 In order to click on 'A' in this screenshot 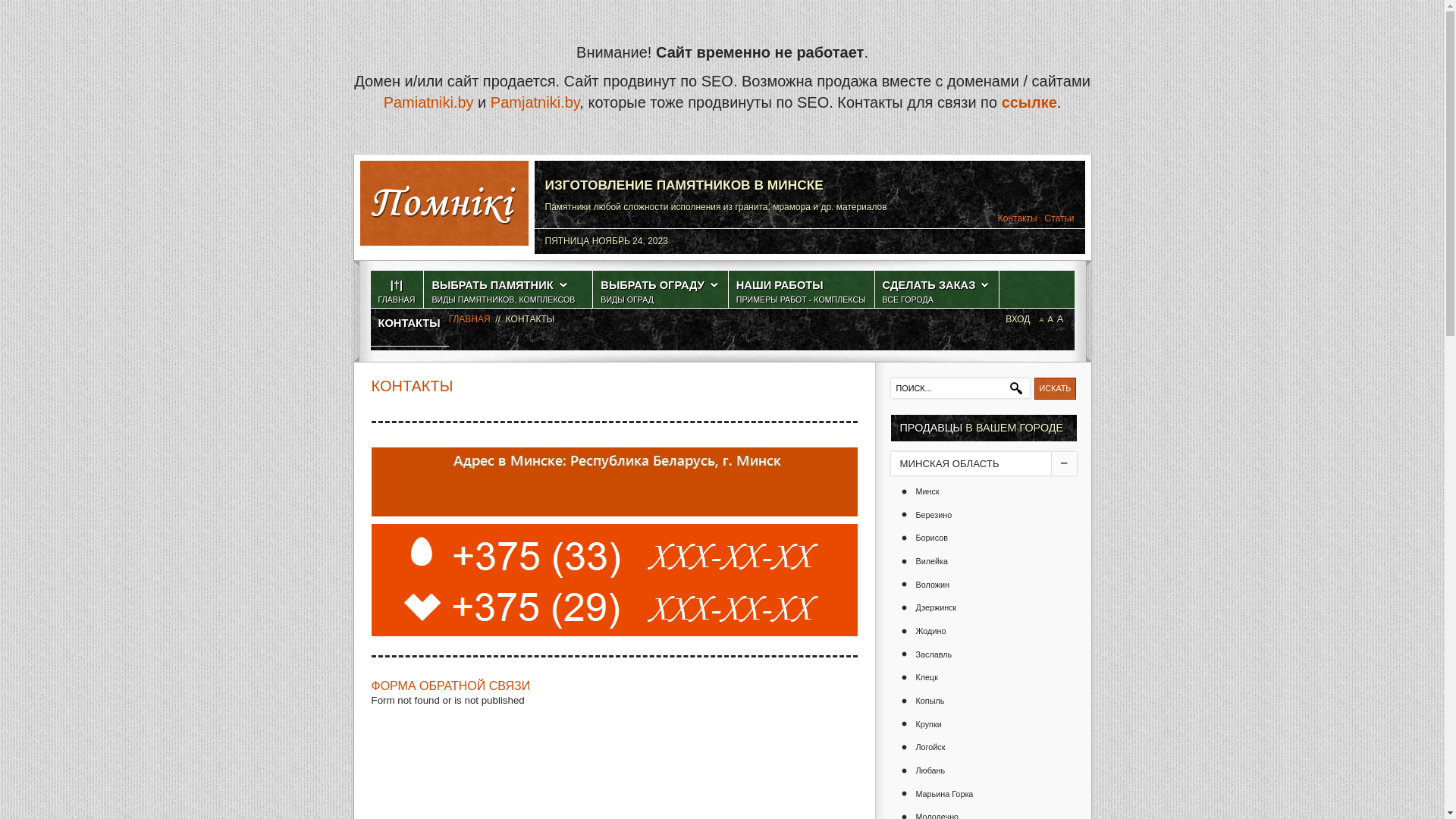, I will do `click(1040, 318)`.